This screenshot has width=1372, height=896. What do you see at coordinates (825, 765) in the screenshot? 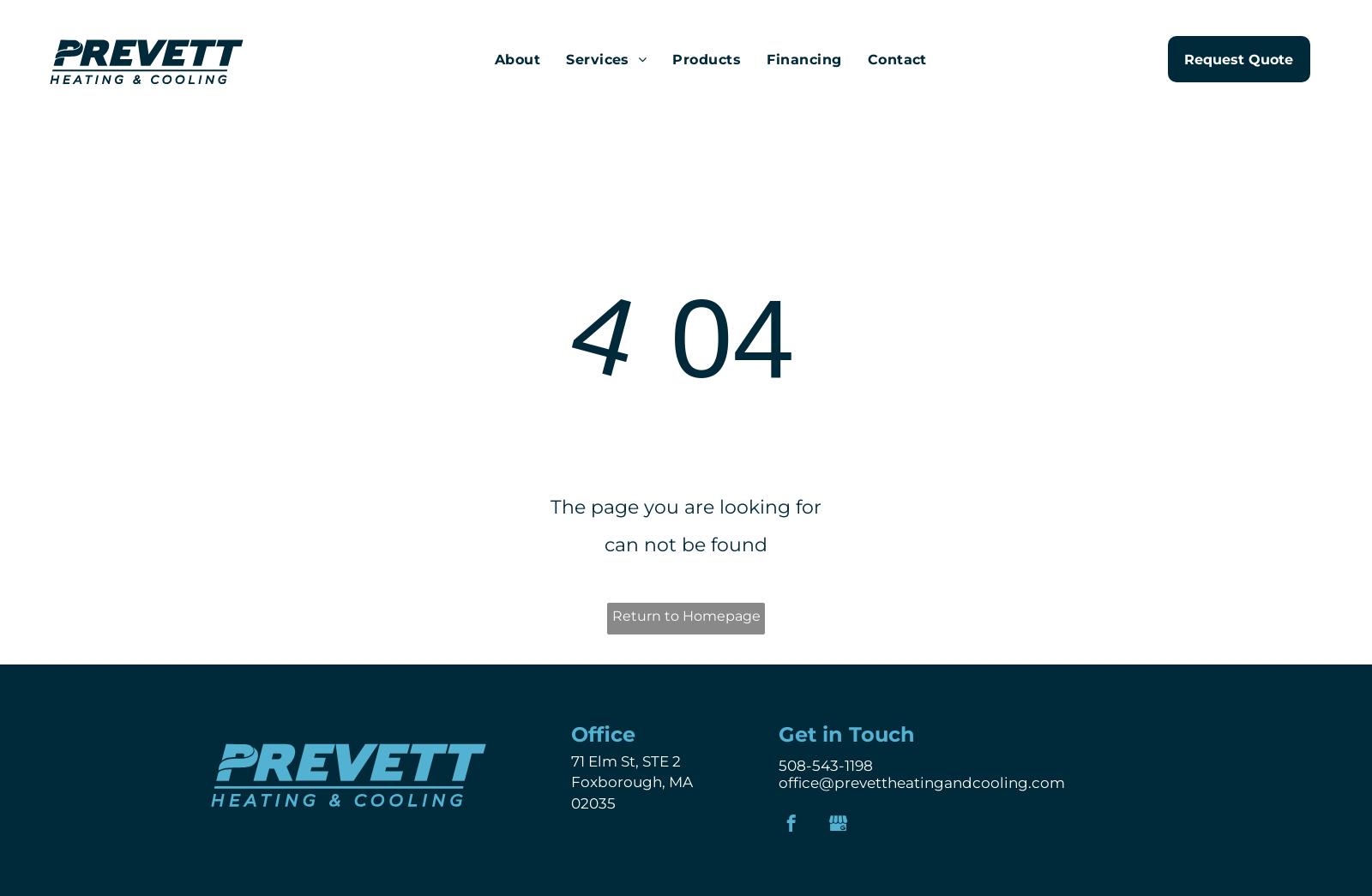
I see `'508-543-1198'` at bounding box center [825, 765].